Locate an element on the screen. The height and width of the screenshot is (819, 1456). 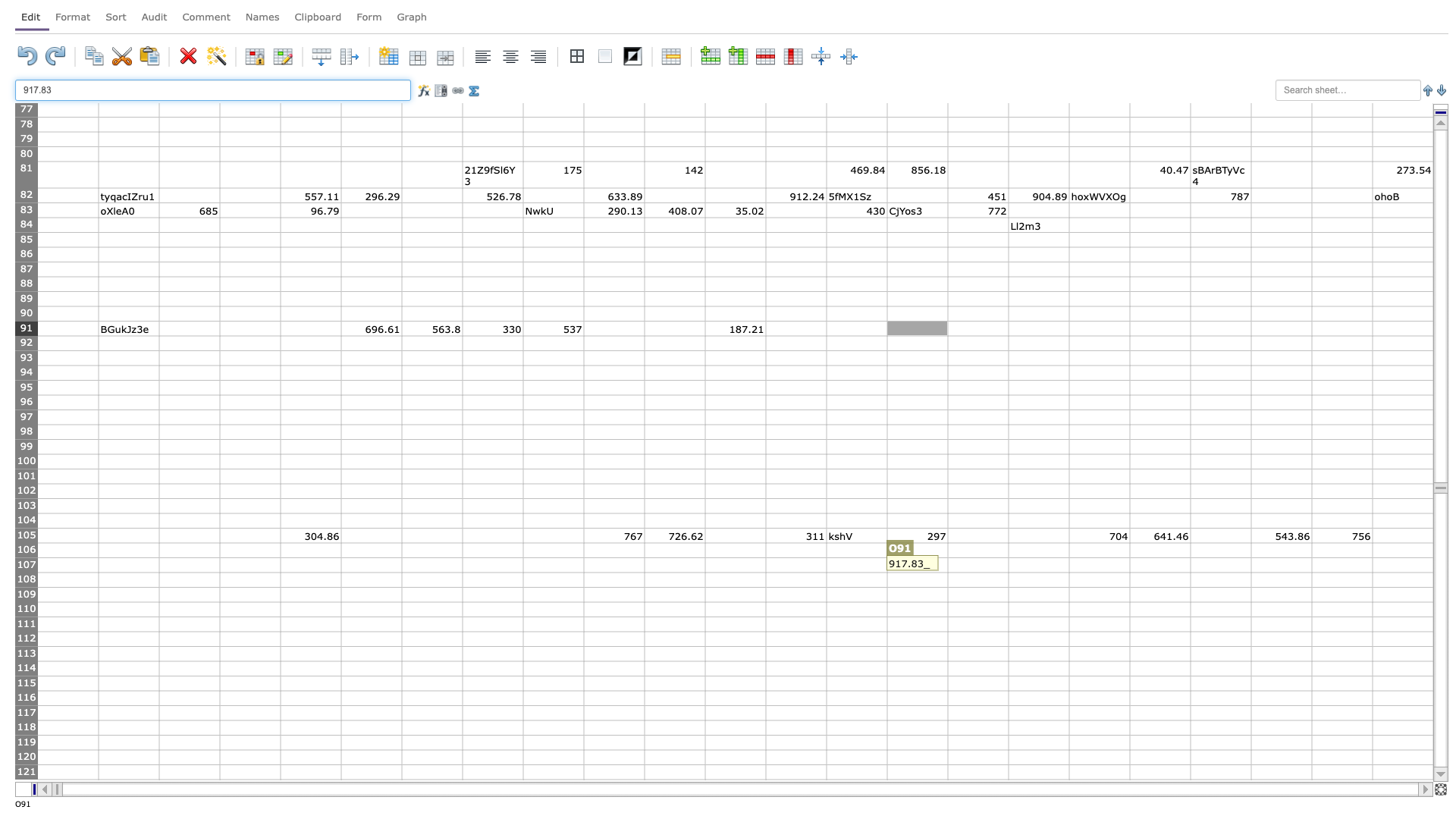
right edge of P107 is located at coordinates (1008, 565).